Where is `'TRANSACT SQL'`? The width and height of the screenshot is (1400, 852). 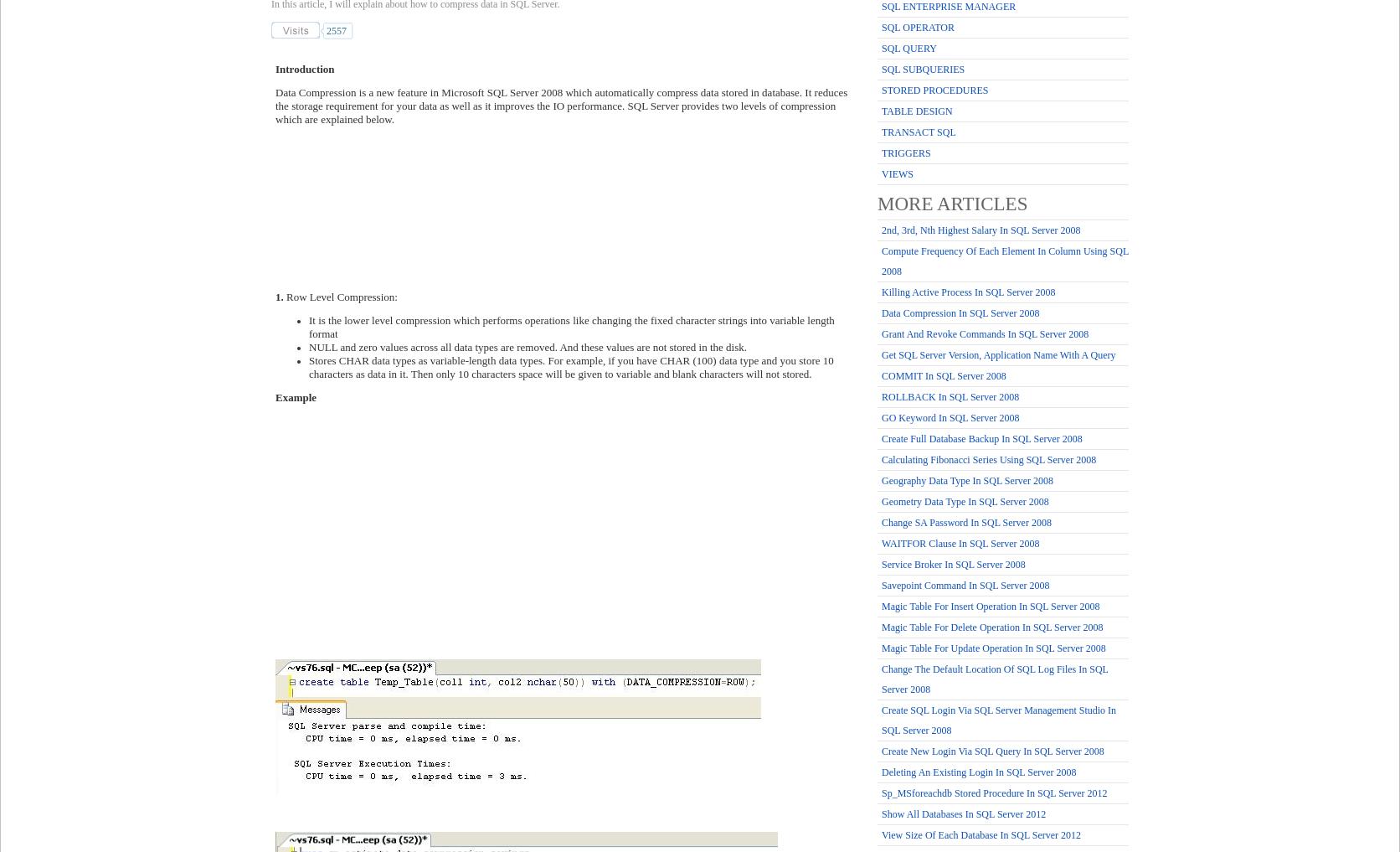 'TRANSACT SQL' is located at coordinates (918, 132).